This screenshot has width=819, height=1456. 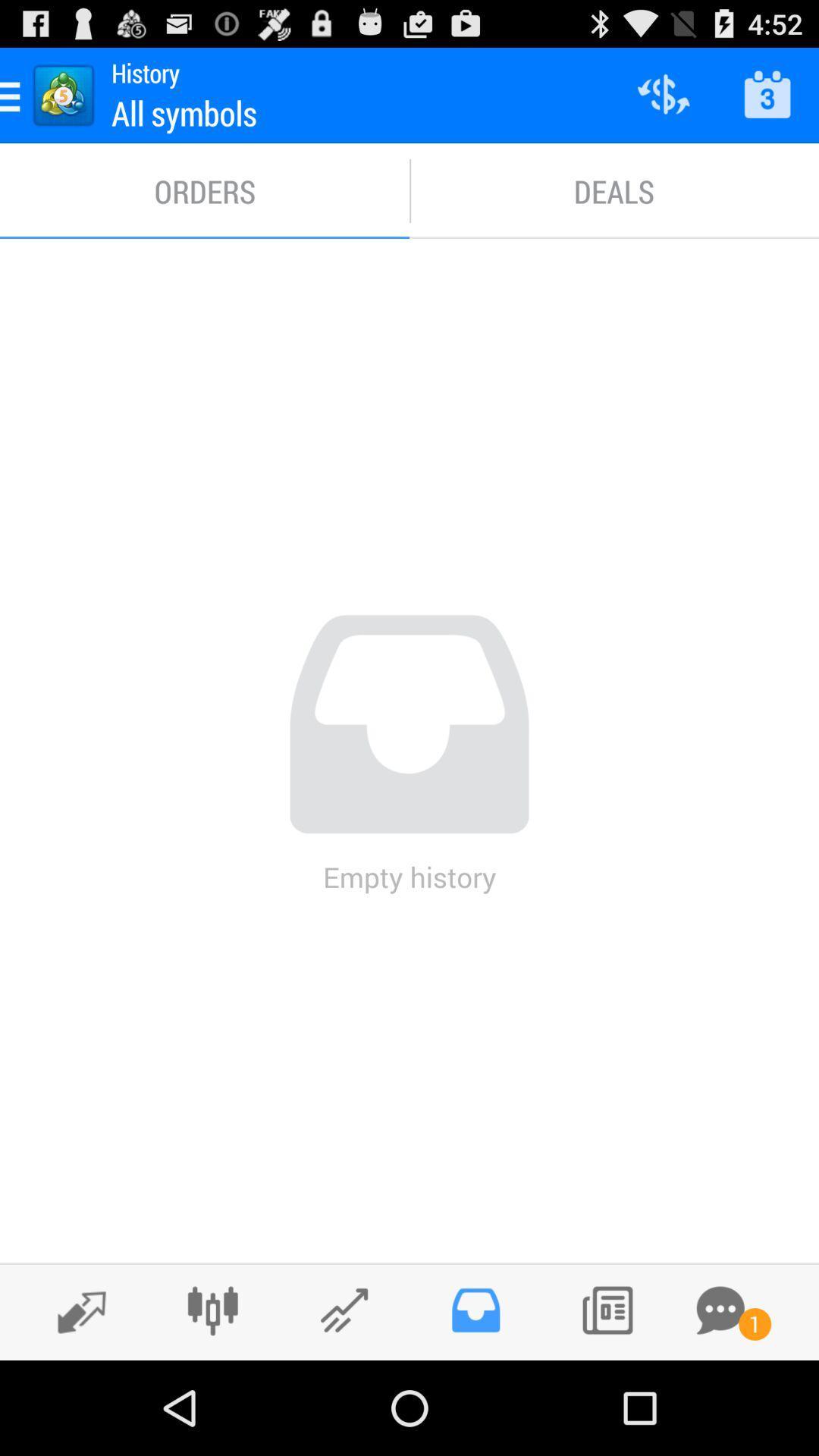 What do you see at coordinates (205, 190) in the screenshot?
I see `item above the empty history icon` at bounding box center [205, 190].